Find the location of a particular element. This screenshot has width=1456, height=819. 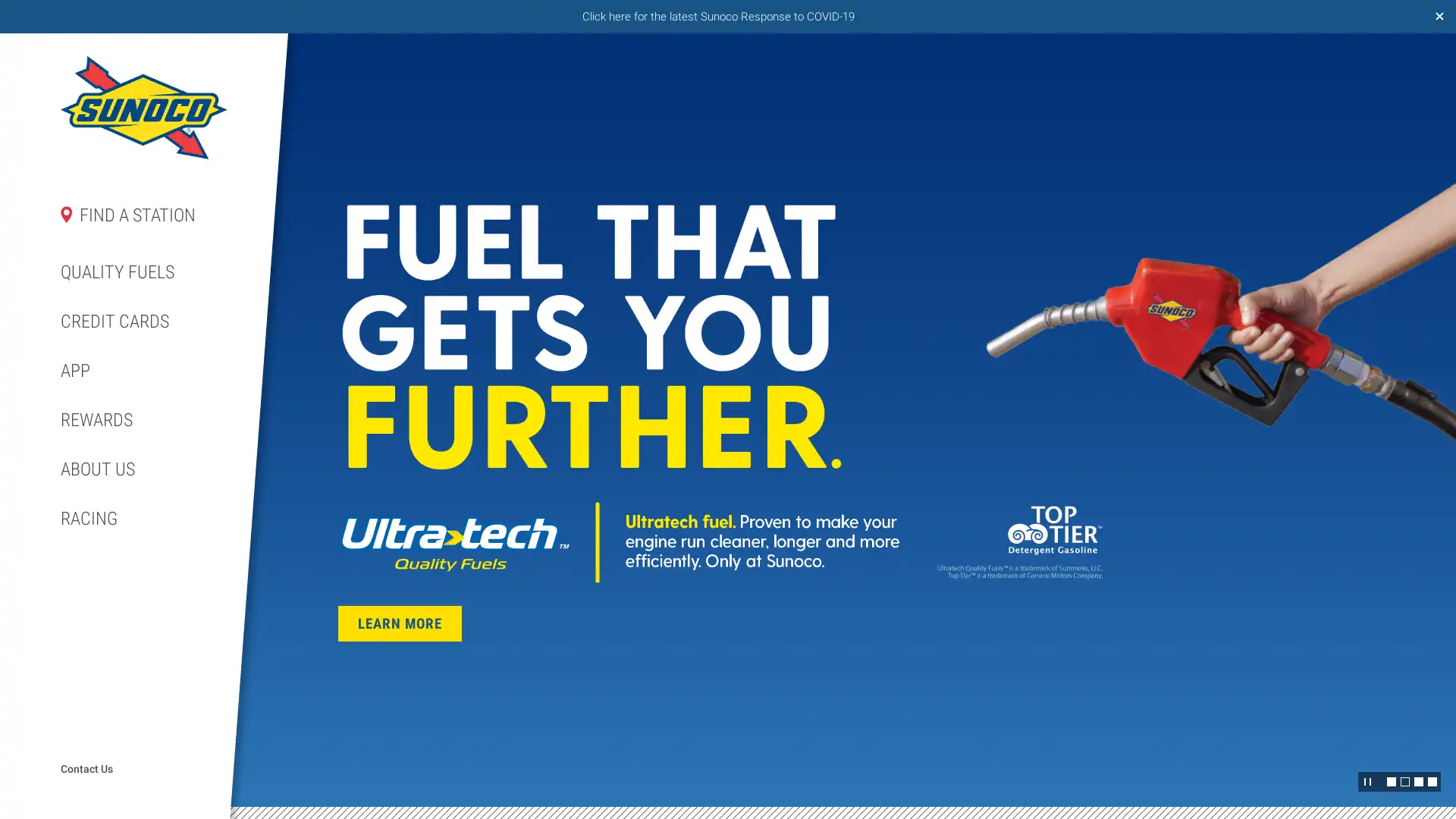

Close is located at coordinates (1439, 17).